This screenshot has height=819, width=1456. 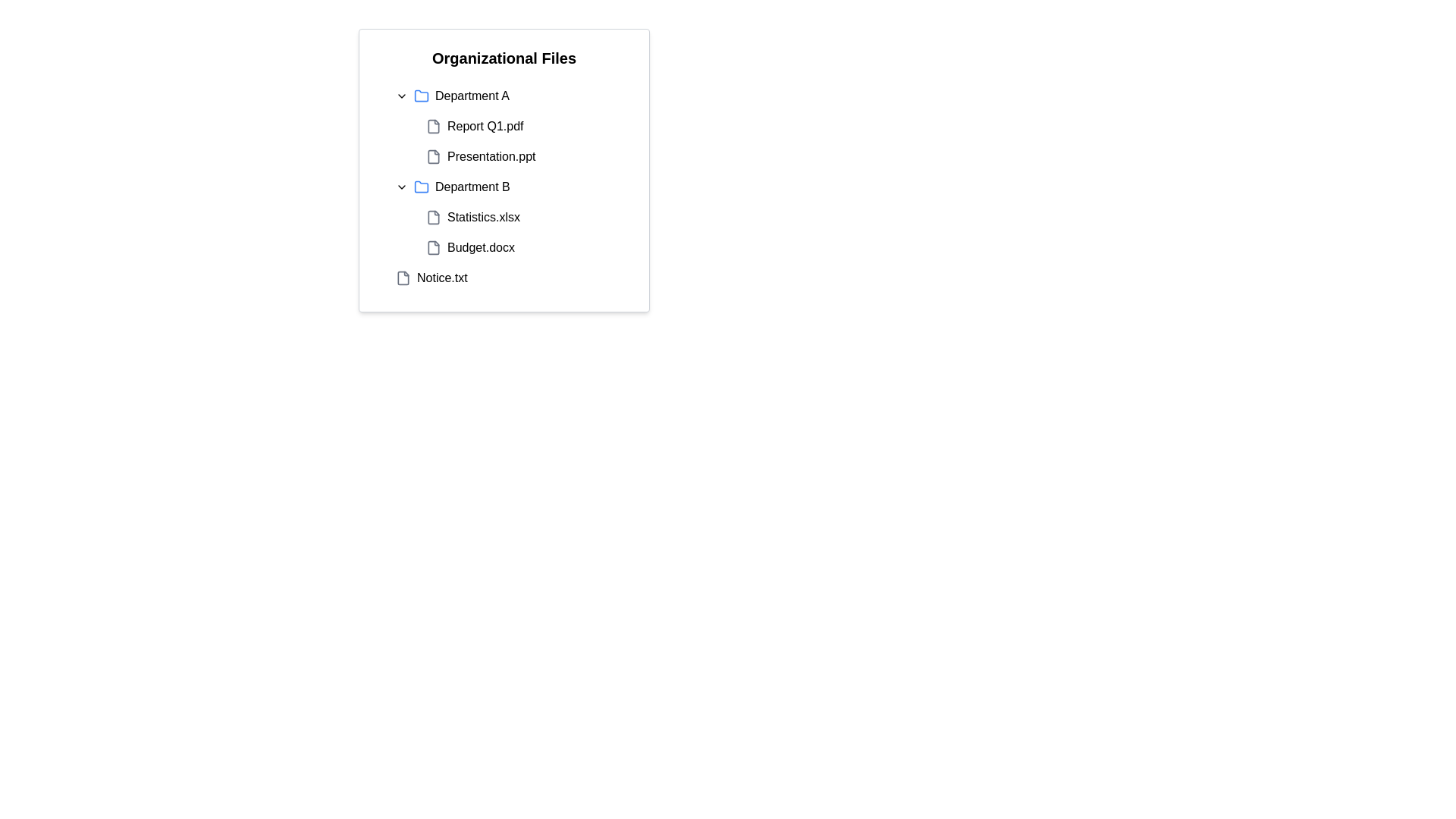 I want to click on the downward-facing chevron icon, so click(x=401, y=96).